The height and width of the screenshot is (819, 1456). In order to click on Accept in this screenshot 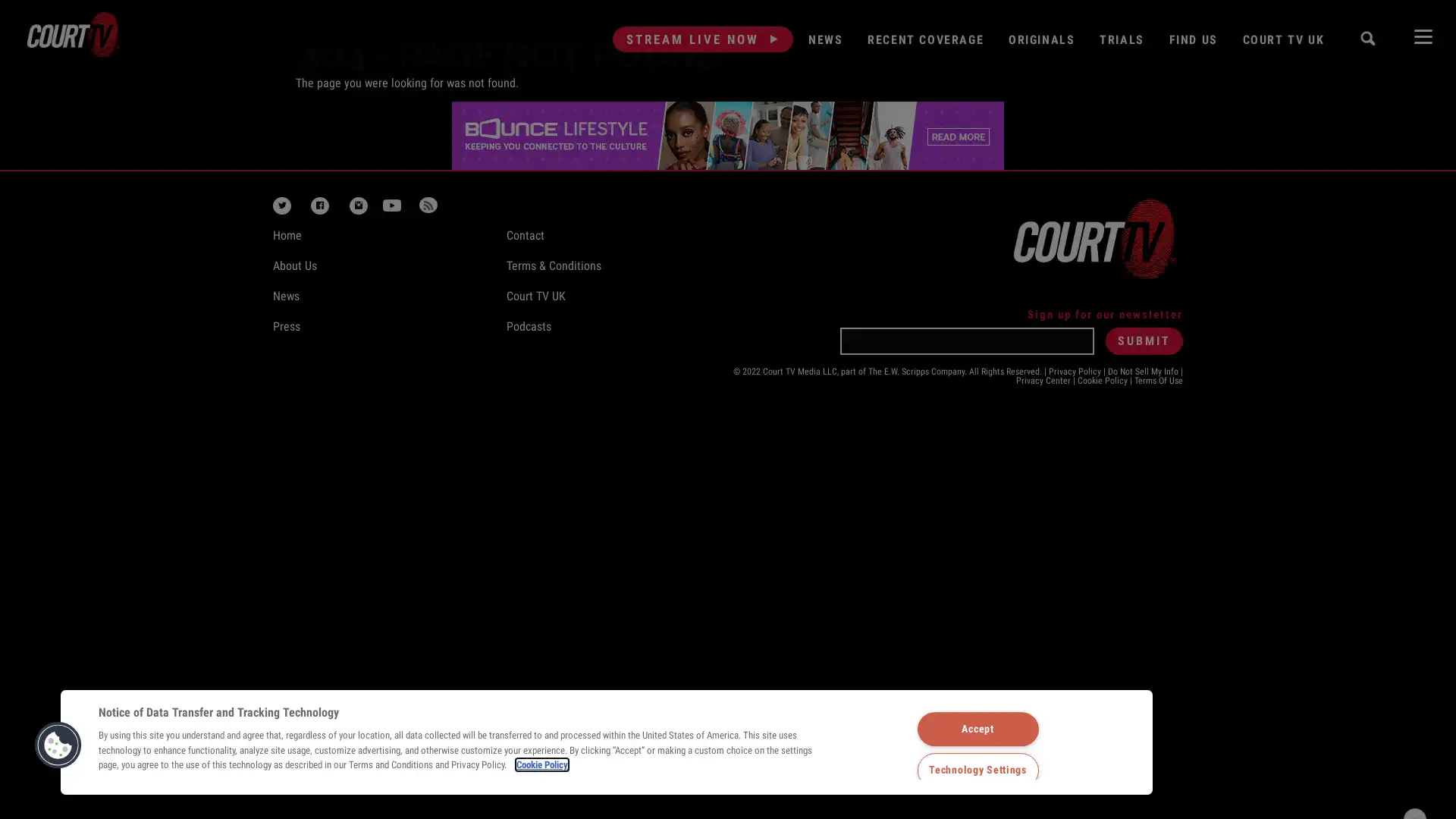, I will do `click(977, 727)`.